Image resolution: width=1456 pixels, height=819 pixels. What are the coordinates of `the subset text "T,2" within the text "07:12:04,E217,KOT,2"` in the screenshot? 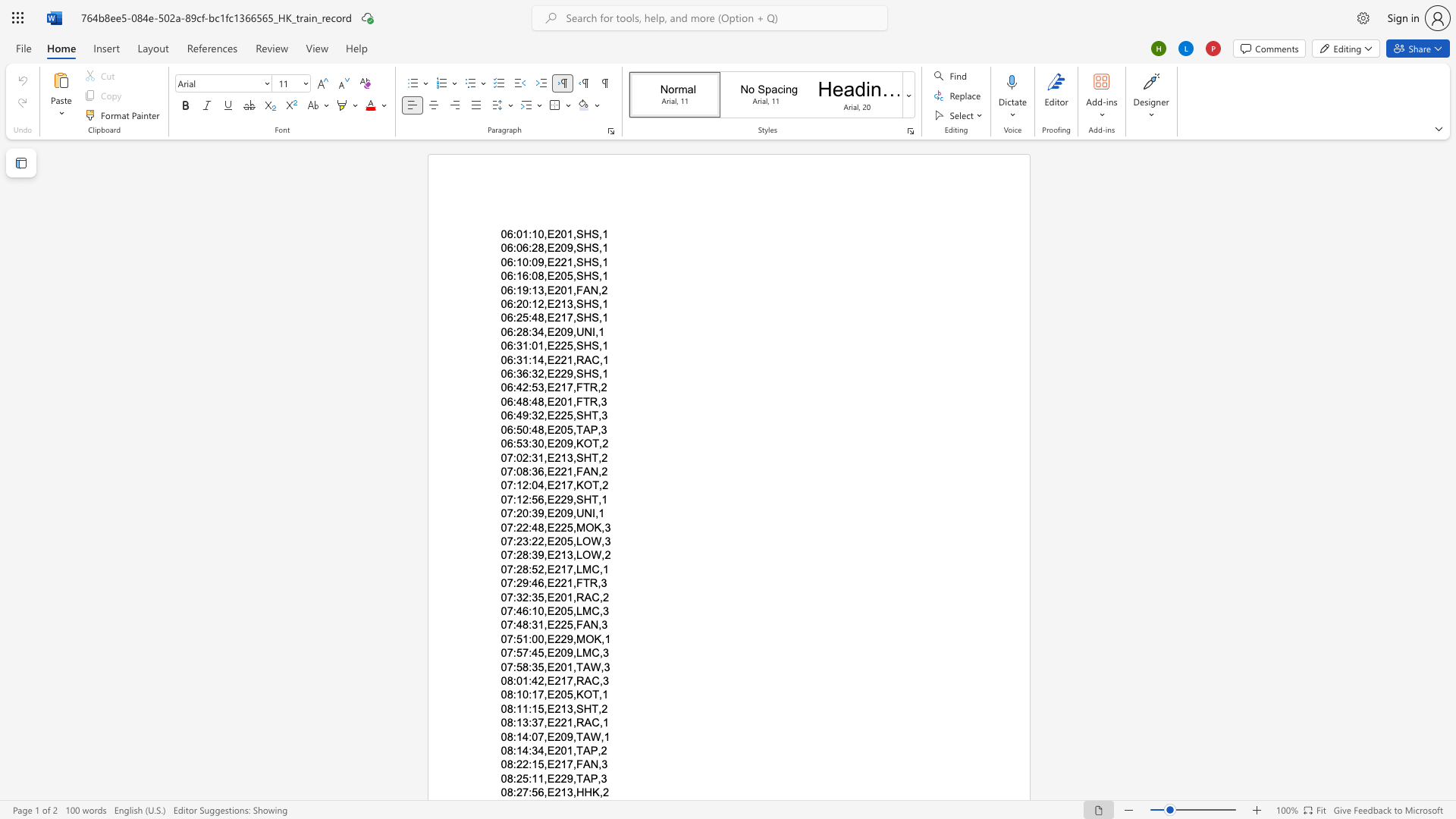 It's located at (591, 485).